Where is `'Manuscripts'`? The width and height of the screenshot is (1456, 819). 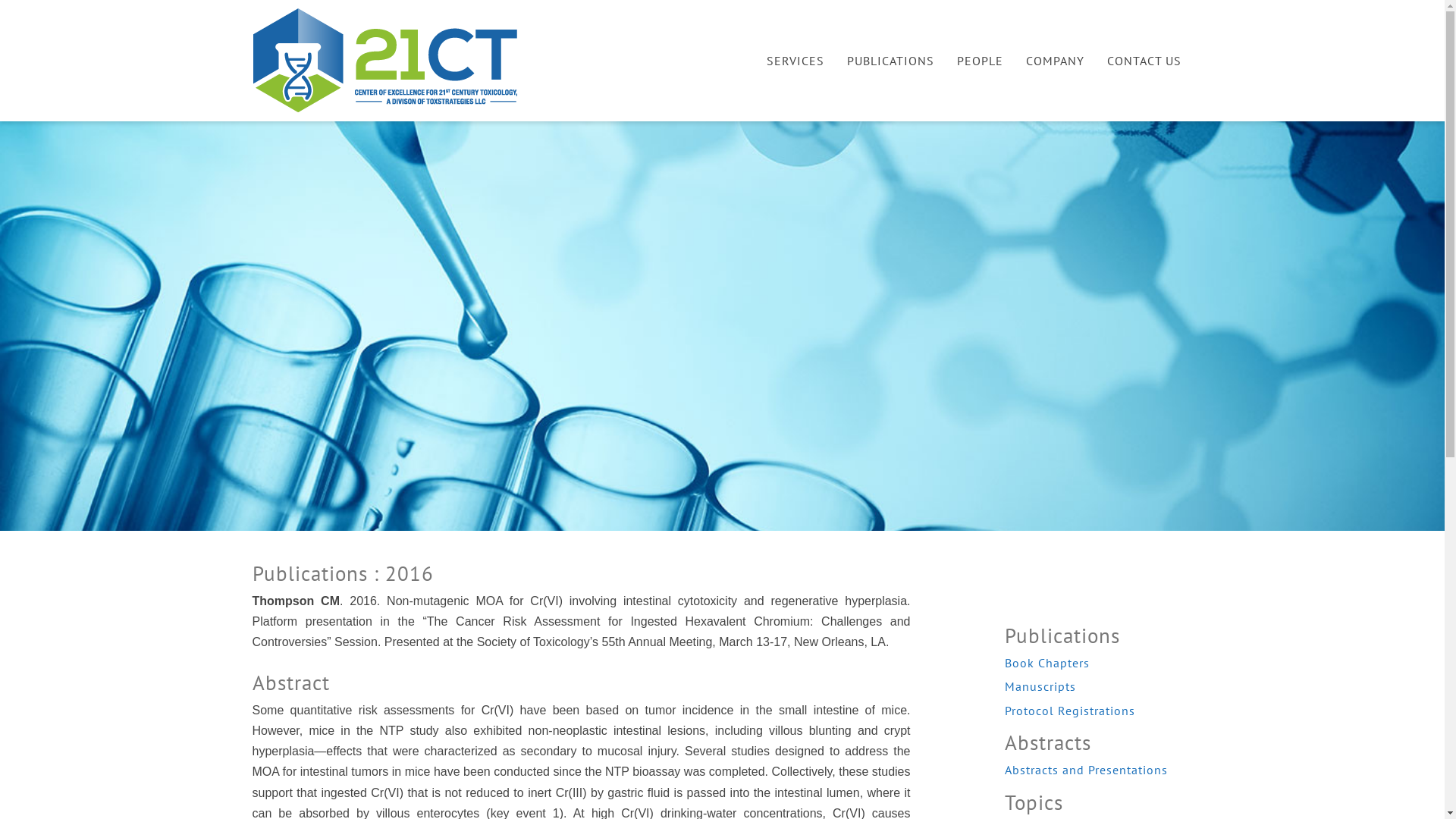
'Manuscripts' is located at coordinates (1098, 687).